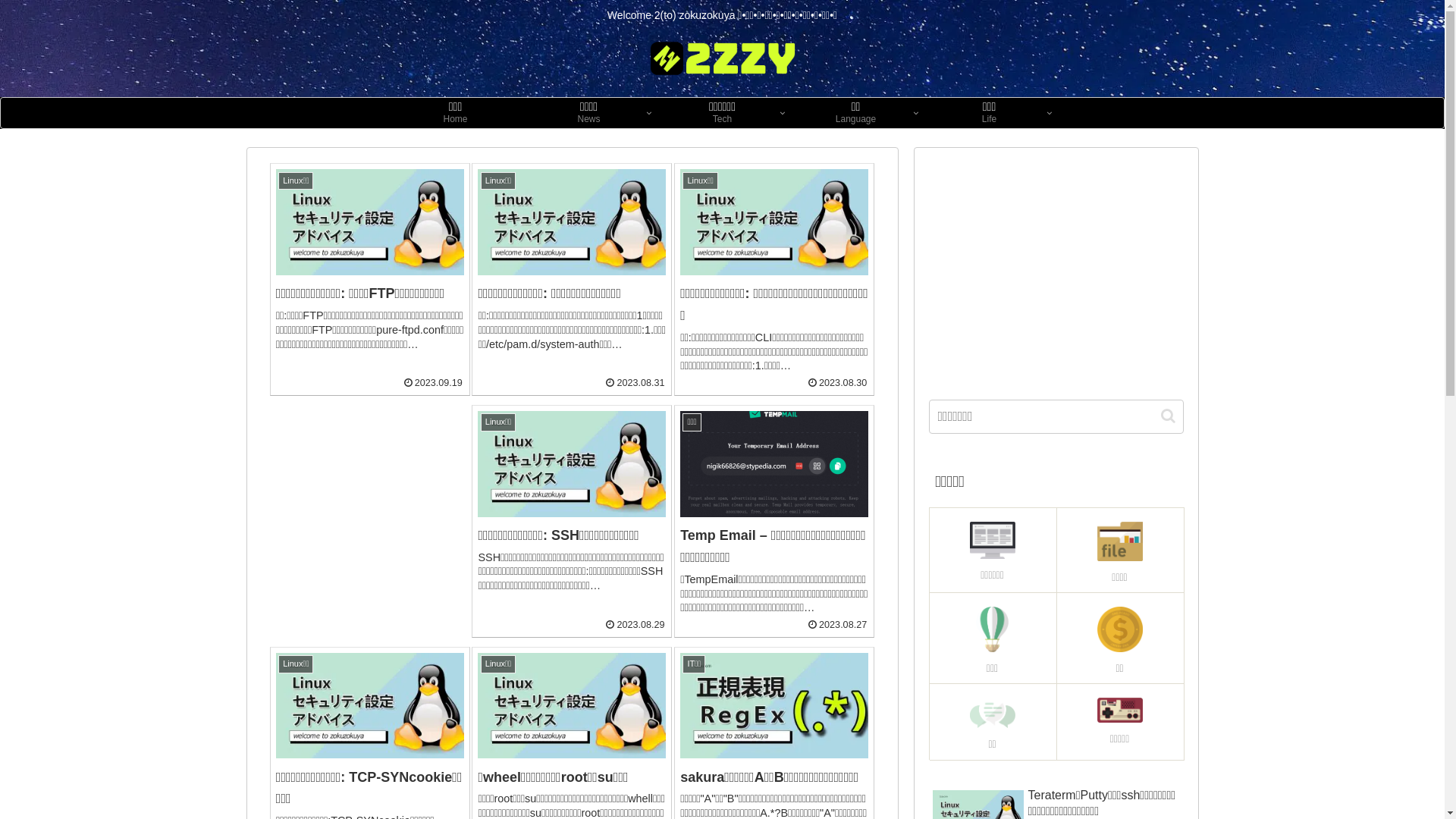  What do you see at coordinates (1055, 268) in the screenshot?
I see `'Advertisement'` at bounding box center [1055, 268].